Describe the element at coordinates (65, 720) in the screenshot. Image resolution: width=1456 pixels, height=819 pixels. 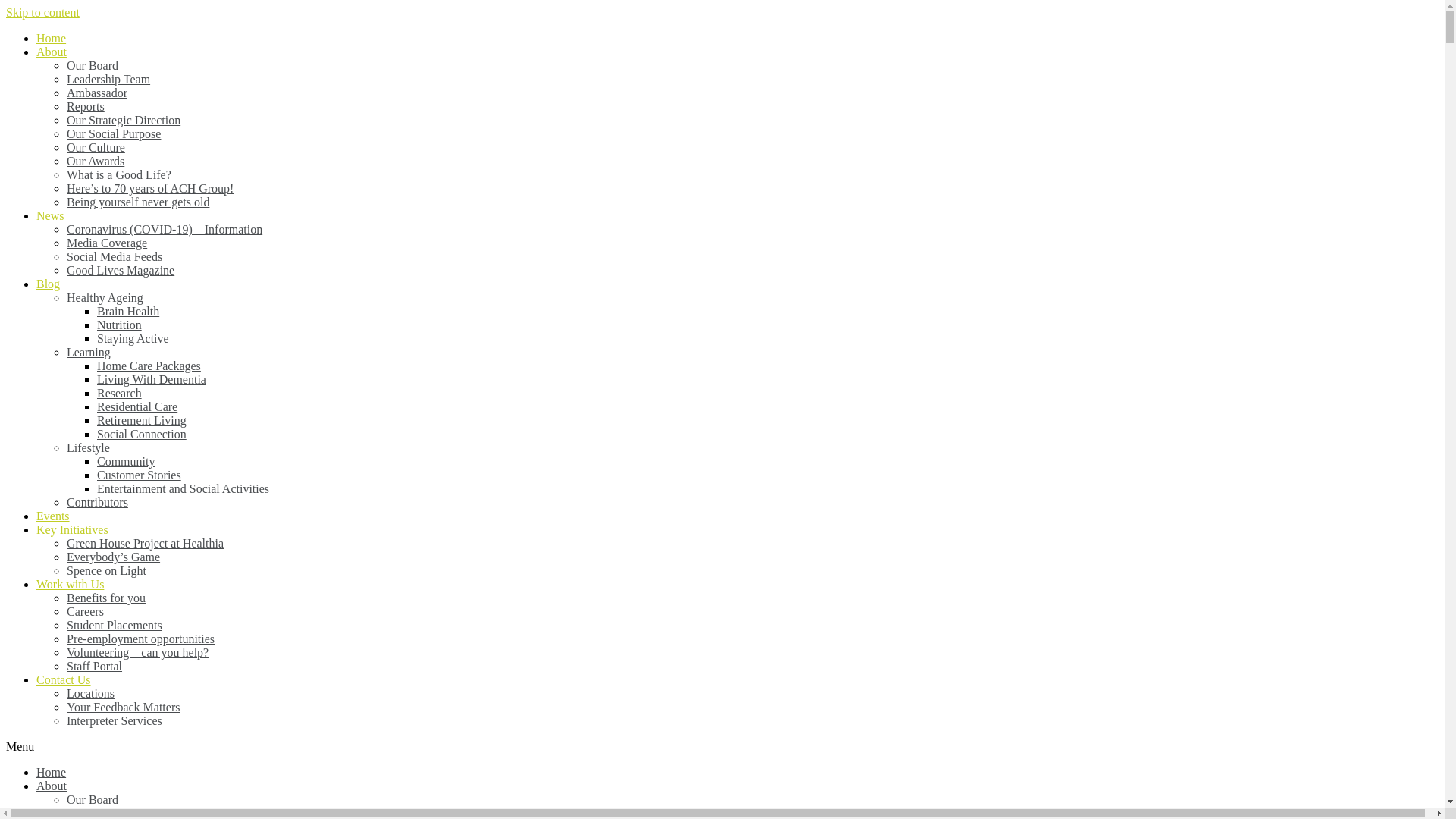
I see `'Interpreter Services'` at that location.